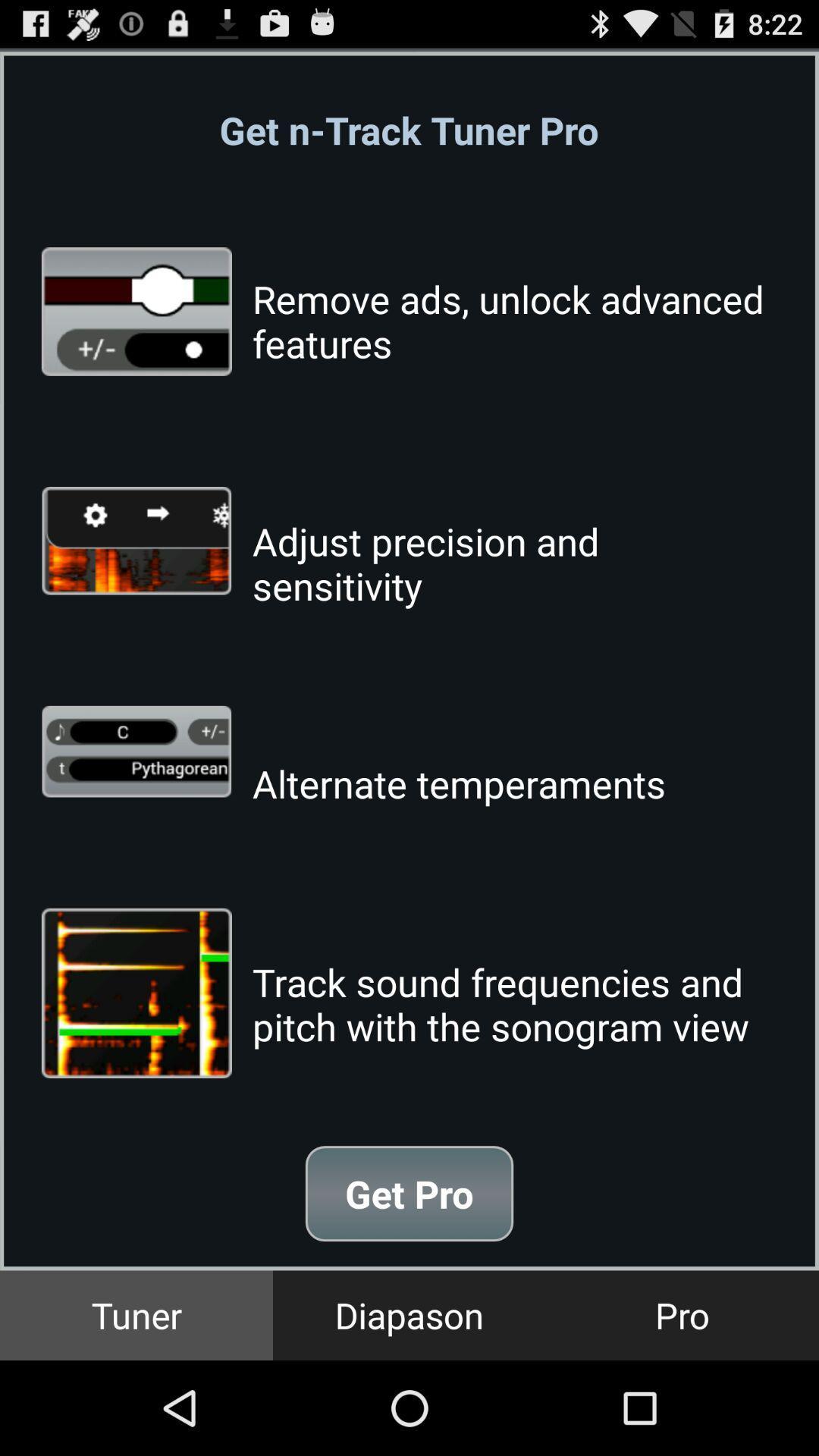 The image size is (819, 1456). Describe the element at coordinates (409, 1314) in the screenshot. I see `the button to the left of pro button` at that location.